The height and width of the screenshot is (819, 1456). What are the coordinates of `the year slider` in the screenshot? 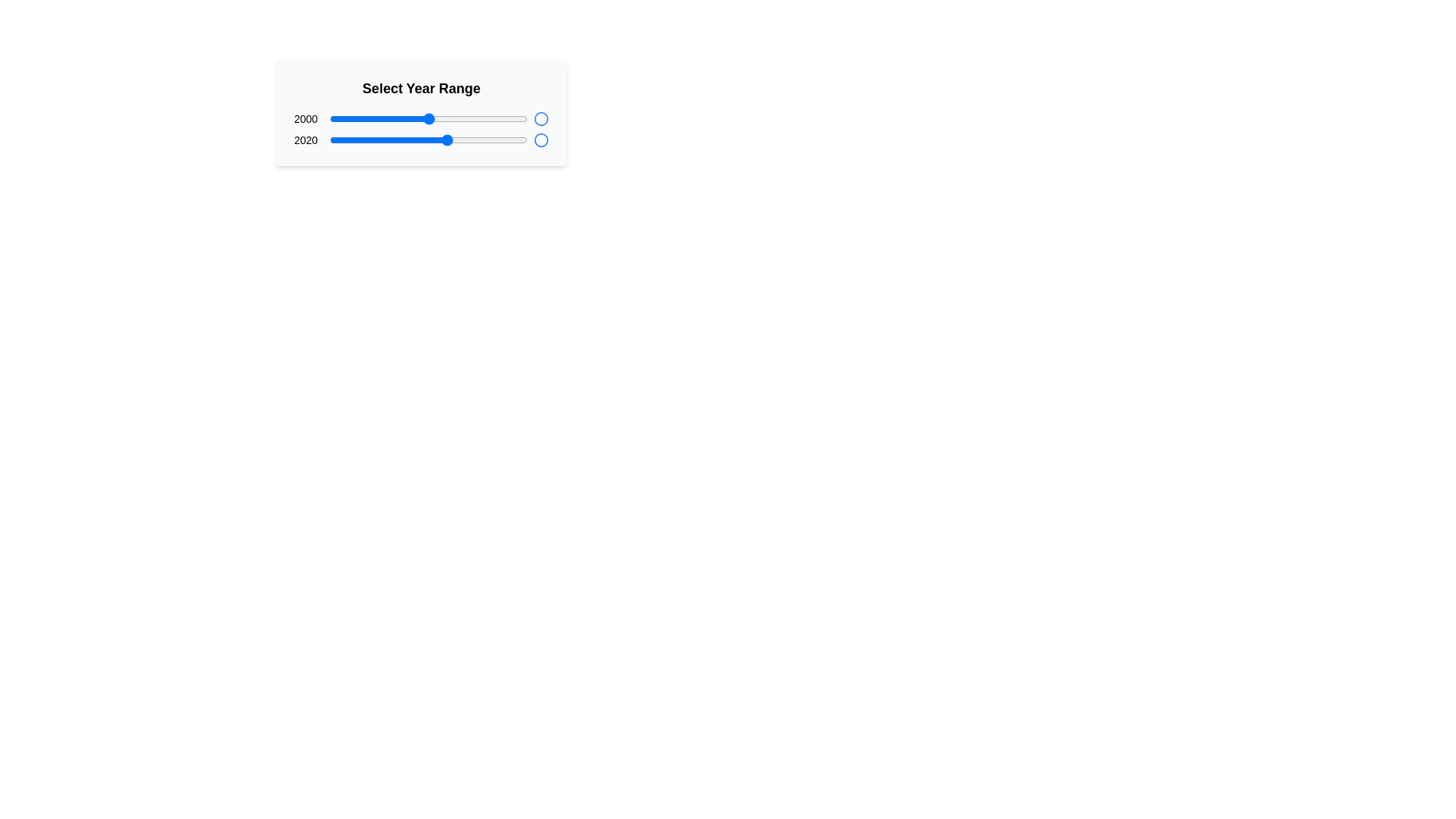 It's located at (382, 140).